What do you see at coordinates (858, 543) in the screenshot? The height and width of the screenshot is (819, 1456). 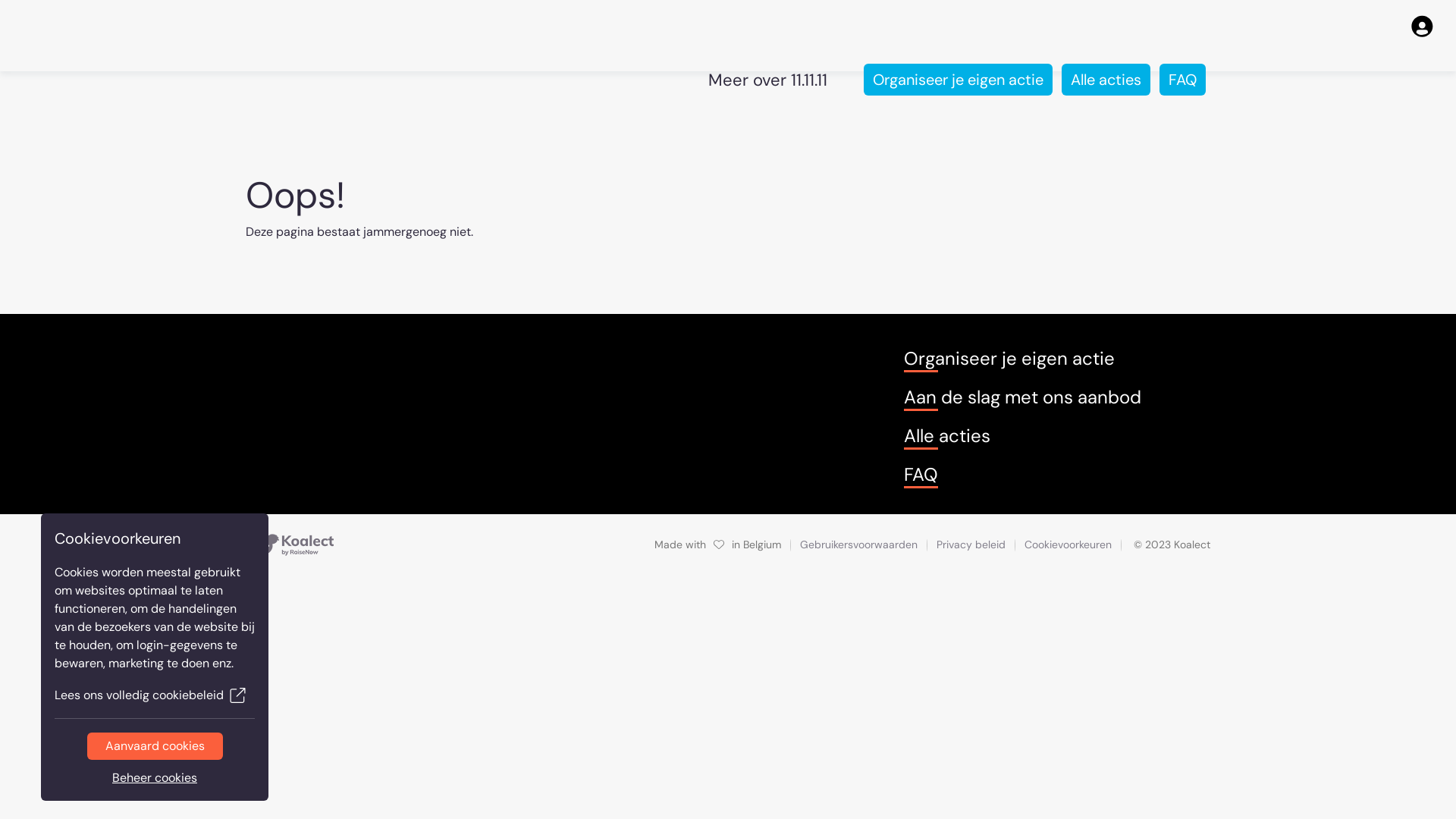 I see `'Gebruikersvoorwaarden'` at bounding box center [858, 543].